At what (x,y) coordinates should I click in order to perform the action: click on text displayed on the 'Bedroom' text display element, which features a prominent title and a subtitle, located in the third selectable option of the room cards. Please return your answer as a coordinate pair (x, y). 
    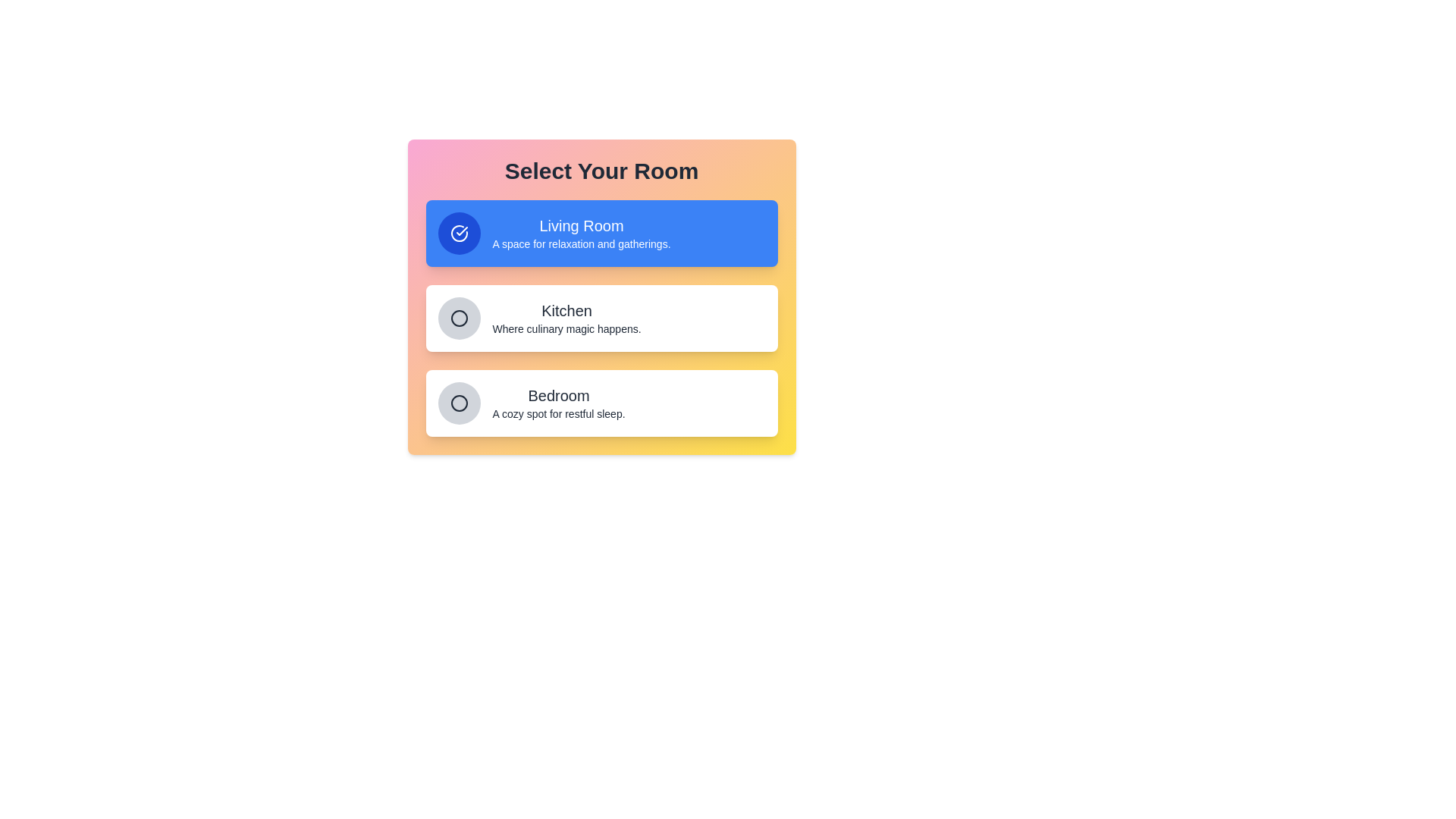
    Looking at the image, I should click on (558, 403).